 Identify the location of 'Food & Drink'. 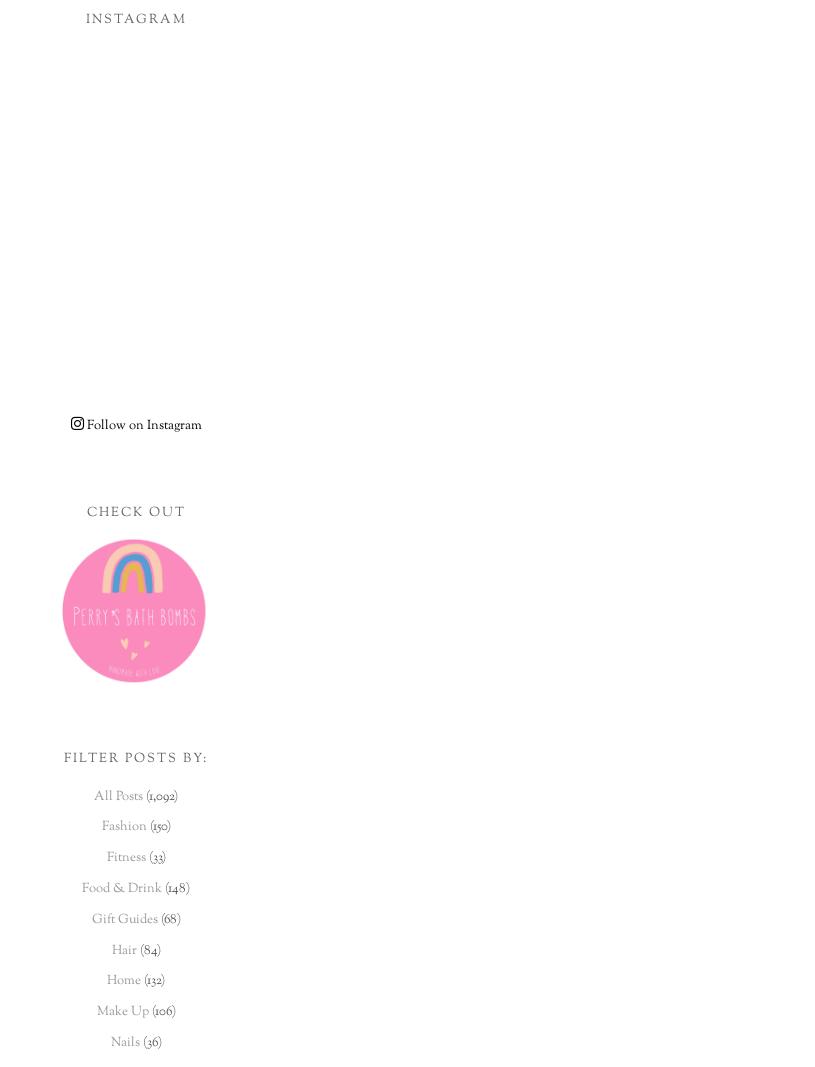
(121, 888).